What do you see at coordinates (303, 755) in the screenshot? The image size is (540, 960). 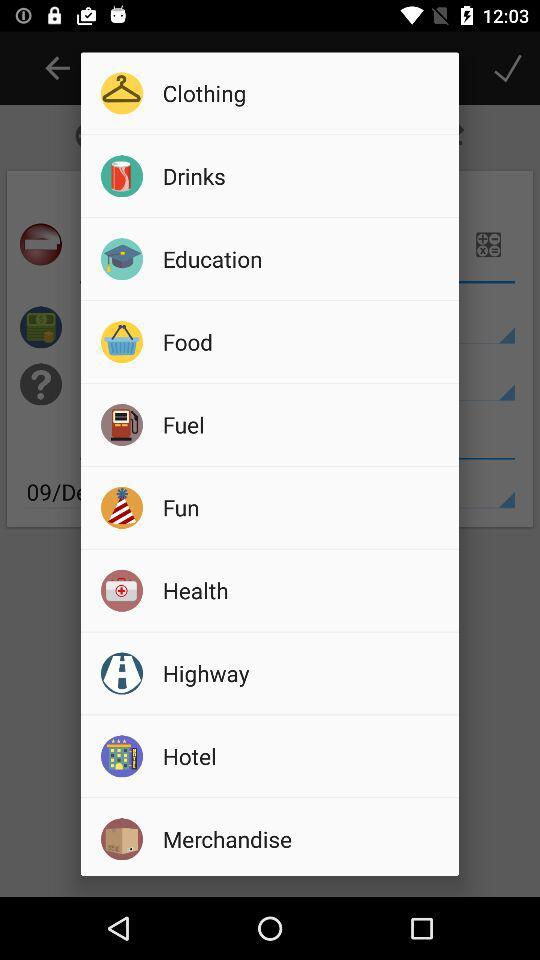 I see `icon below highway` at bounding box center [303, 755].